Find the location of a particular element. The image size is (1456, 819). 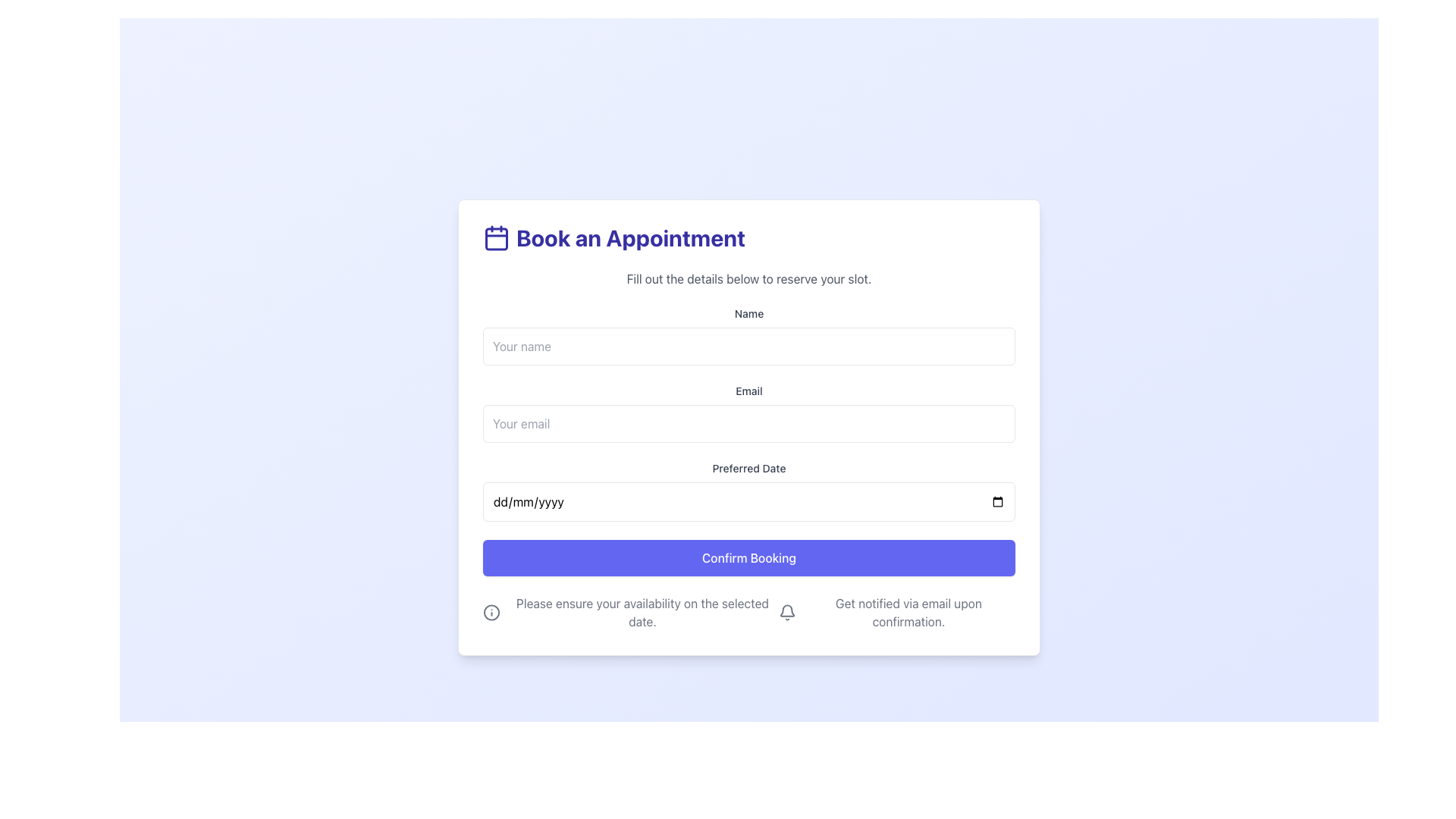

the bell icon representing email alerts located to the left of the text 'Get notified via email upon confirmation.' in the bottom-right corner of the viewport is located at coordinates (787, 611).